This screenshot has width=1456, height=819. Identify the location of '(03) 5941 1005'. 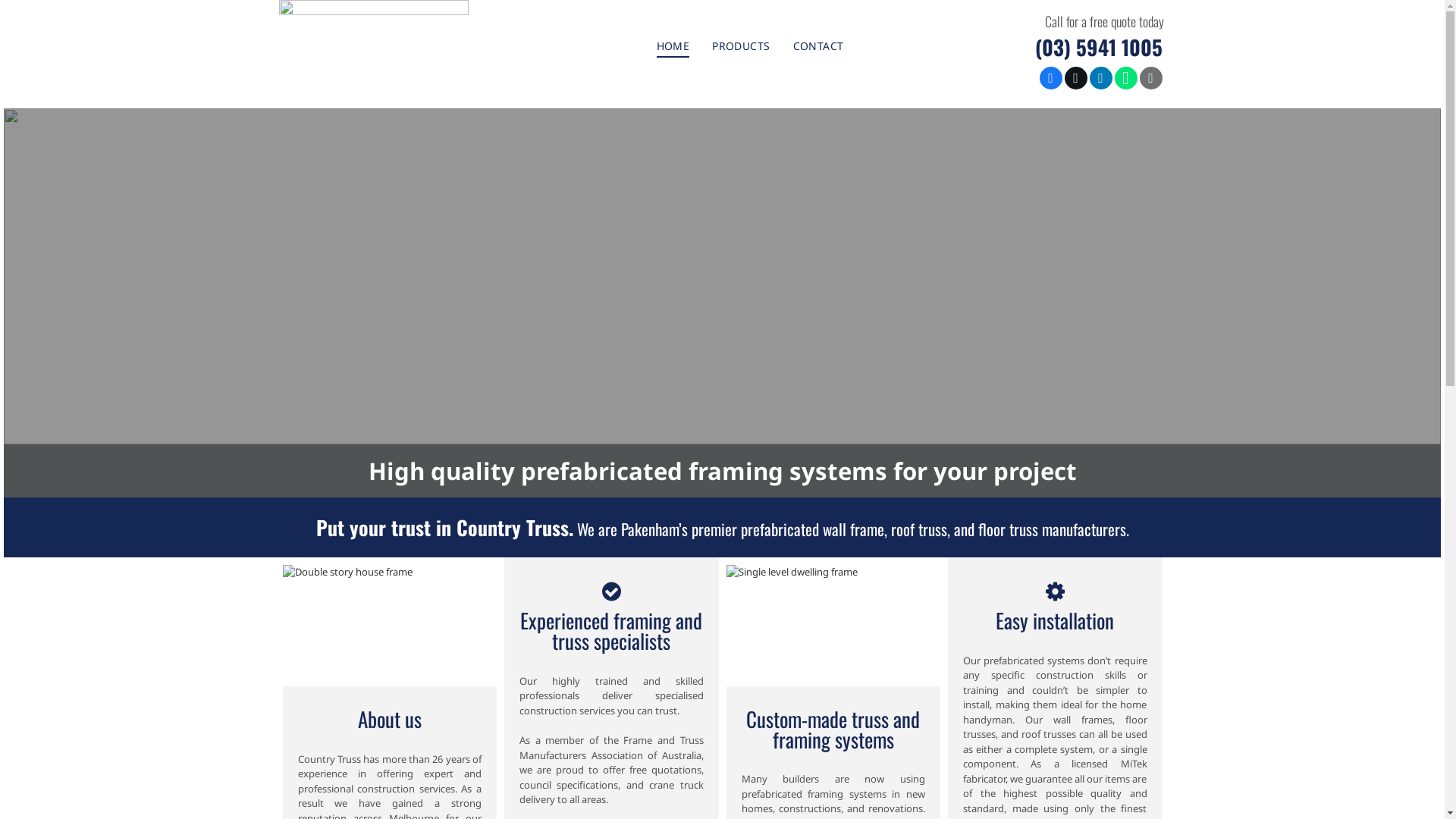
(1098, 45).